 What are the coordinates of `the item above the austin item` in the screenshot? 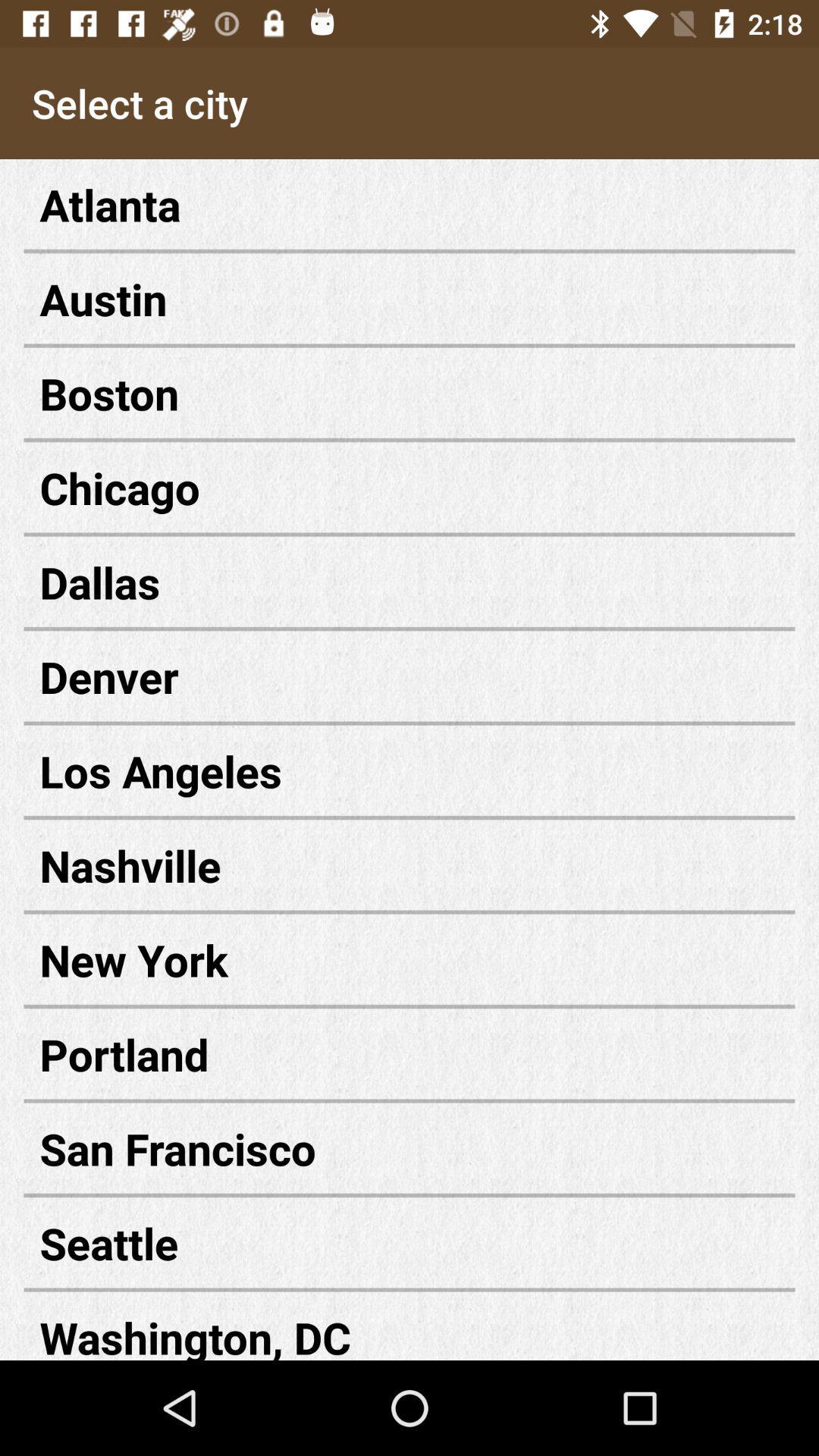 It's located at (409, 203).